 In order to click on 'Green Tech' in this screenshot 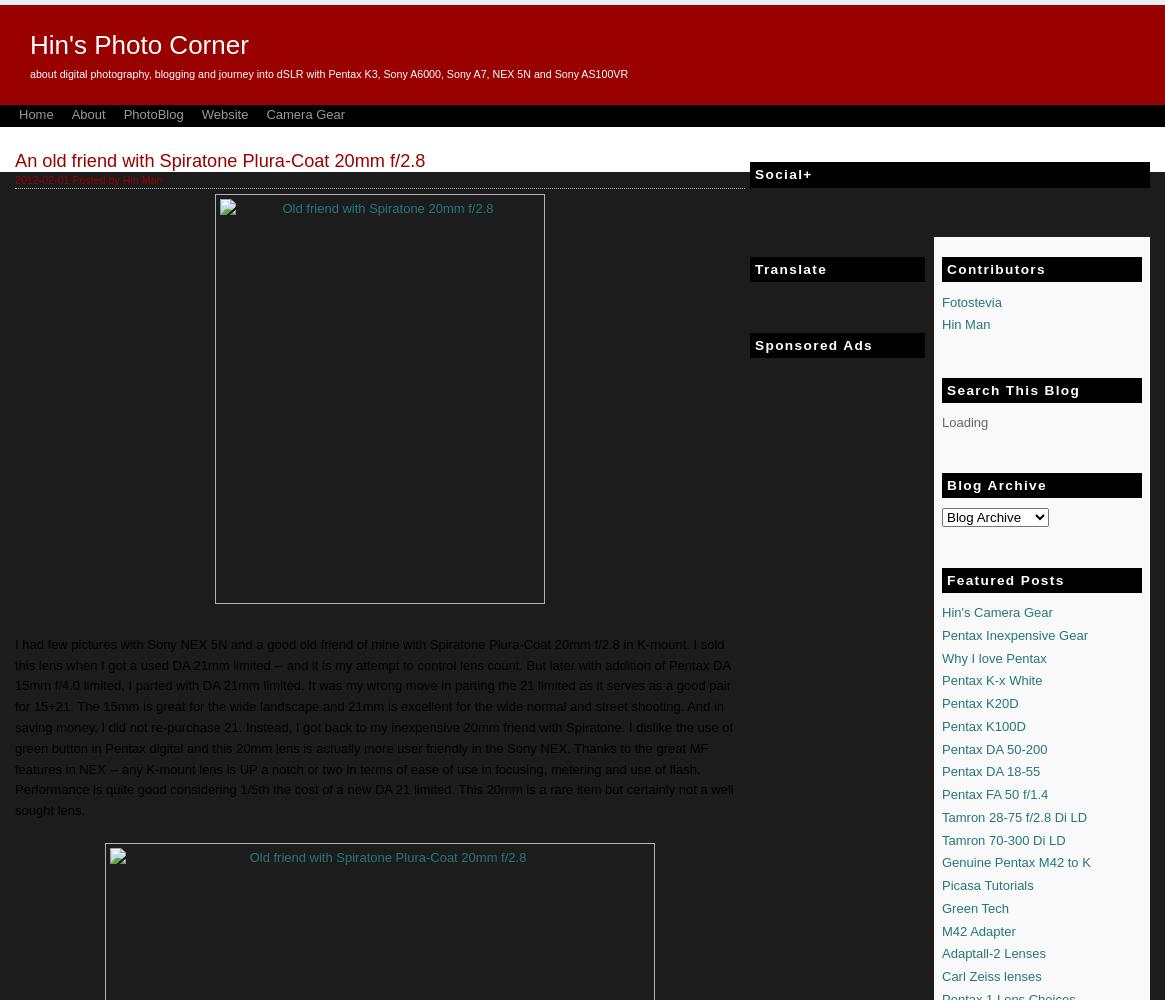, I will do `click(974, 907)`.